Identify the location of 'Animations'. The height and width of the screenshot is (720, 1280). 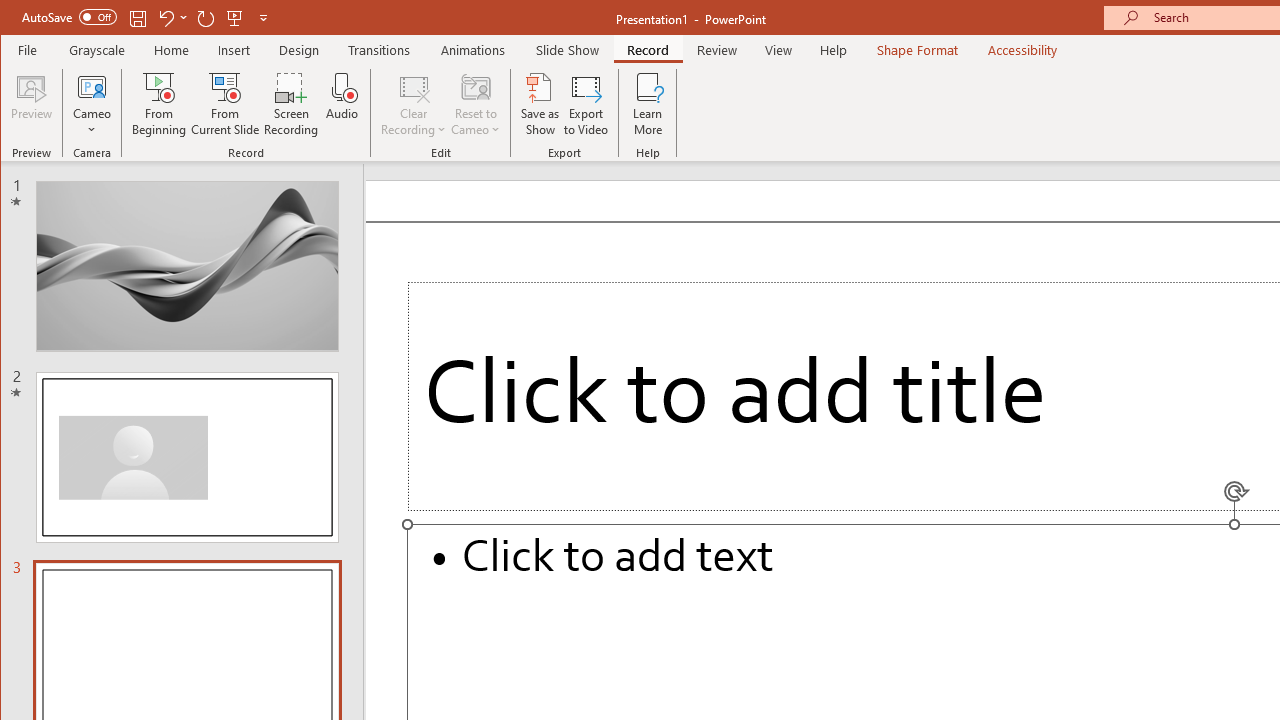
(472, 49).